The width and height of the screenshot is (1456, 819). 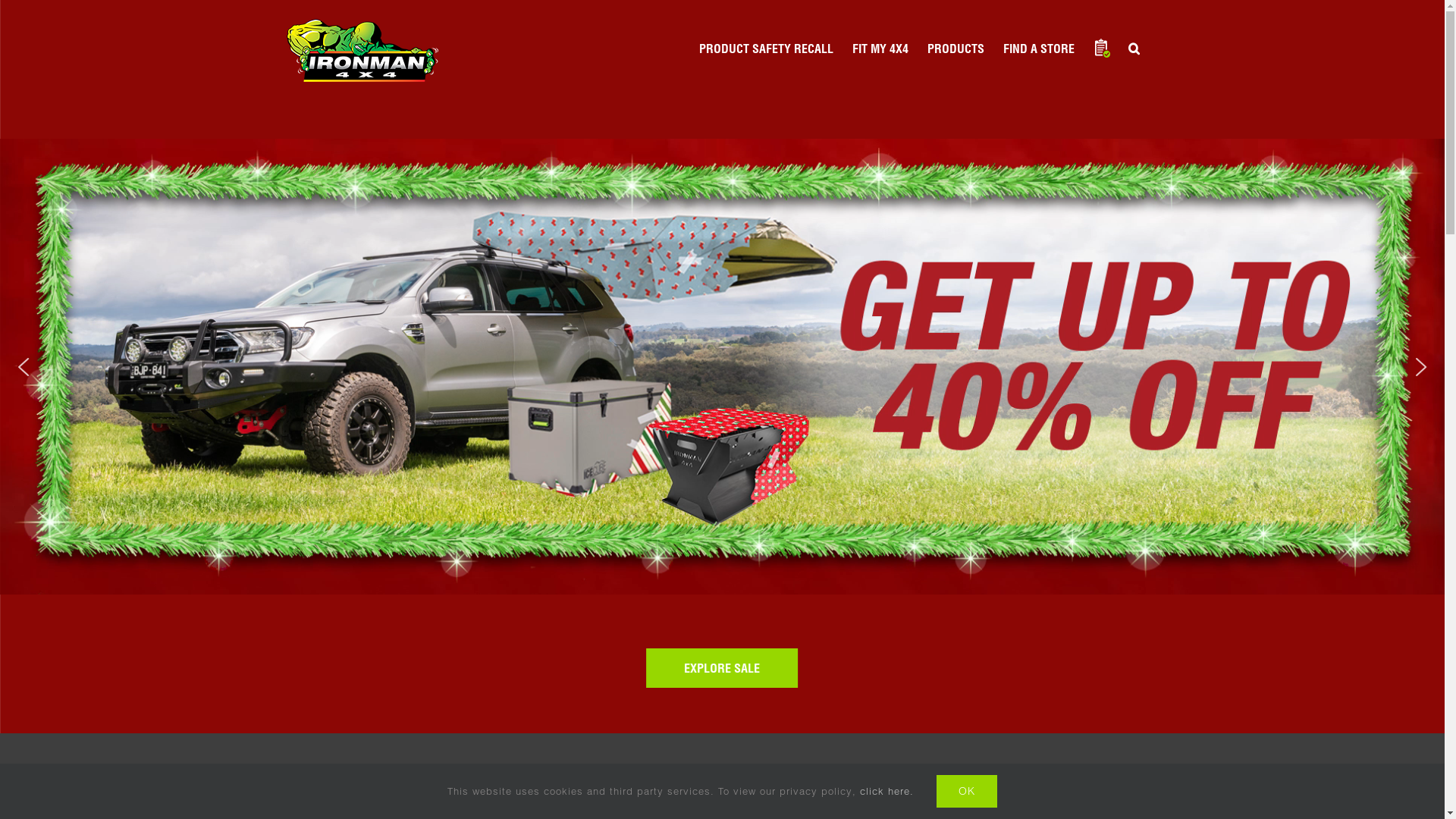 What do you see at coordinates (954, 48) in the screenshot?
I see `'PRODUCTS'` at bounding box center [954, 48].